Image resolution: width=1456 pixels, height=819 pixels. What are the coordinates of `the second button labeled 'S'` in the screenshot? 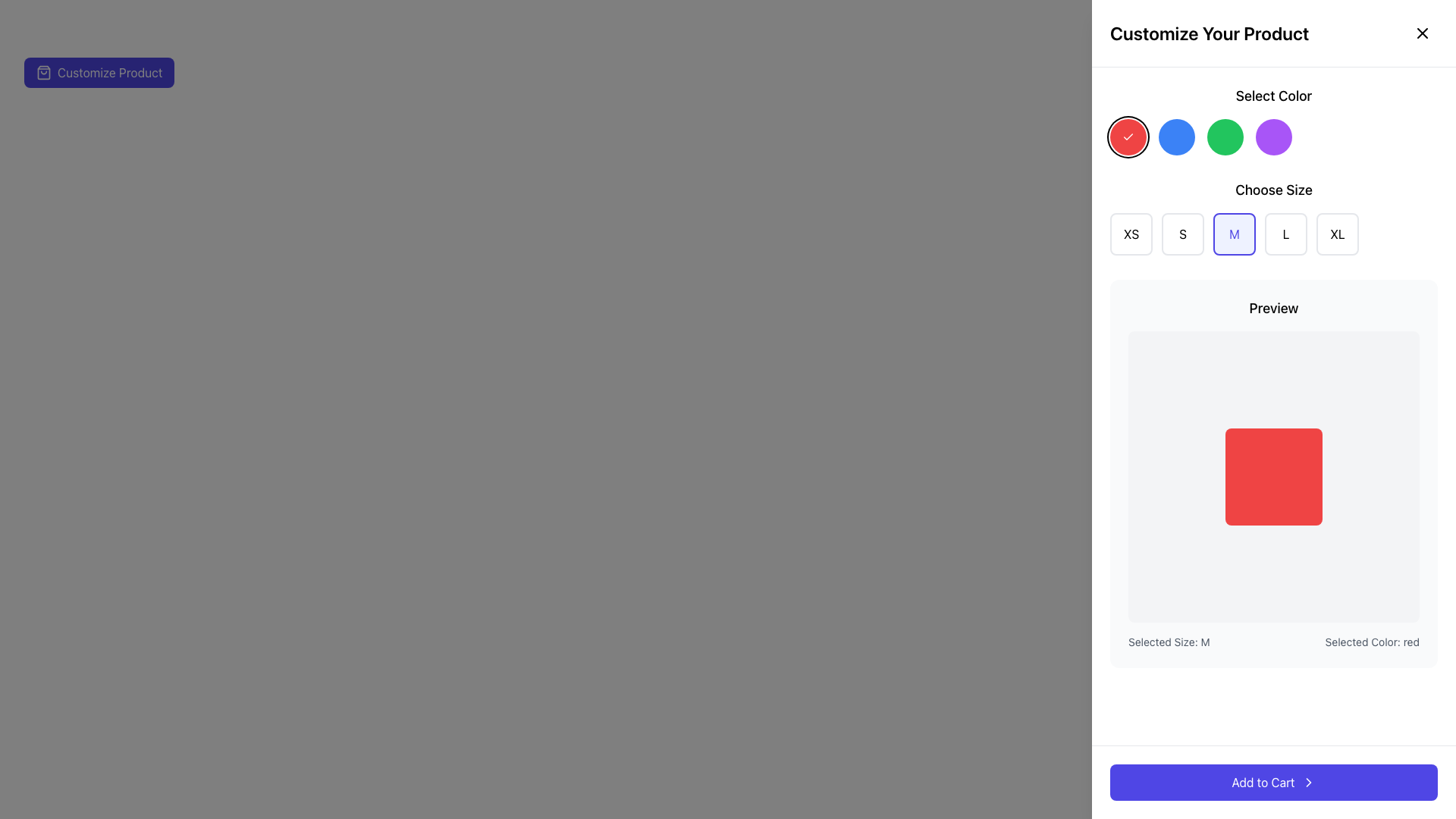 It's located at (1182, 234).